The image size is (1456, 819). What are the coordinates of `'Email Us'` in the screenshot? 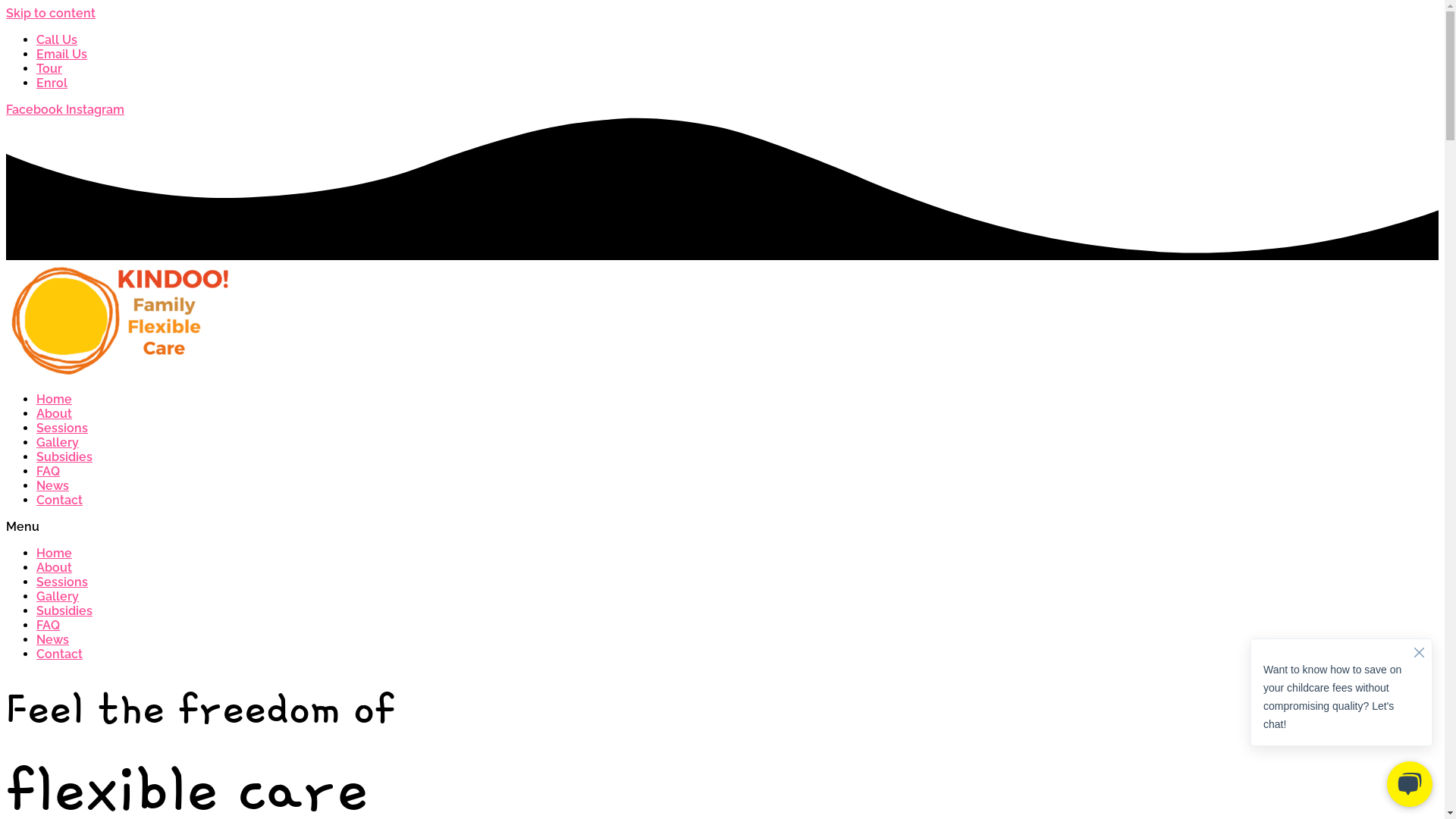 It's located at (61, 53).